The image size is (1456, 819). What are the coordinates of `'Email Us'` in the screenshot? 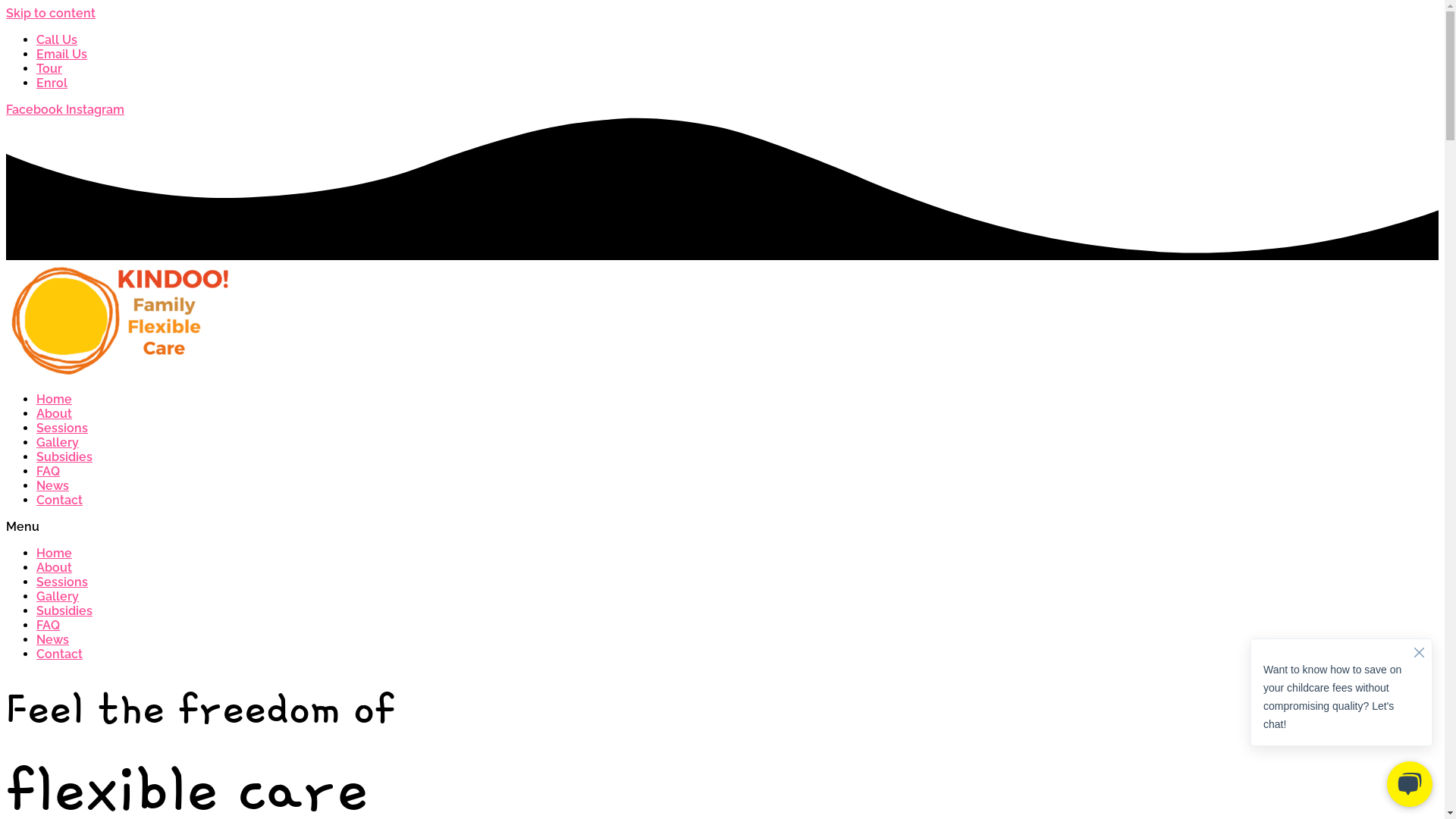 It's located at (61, 53).